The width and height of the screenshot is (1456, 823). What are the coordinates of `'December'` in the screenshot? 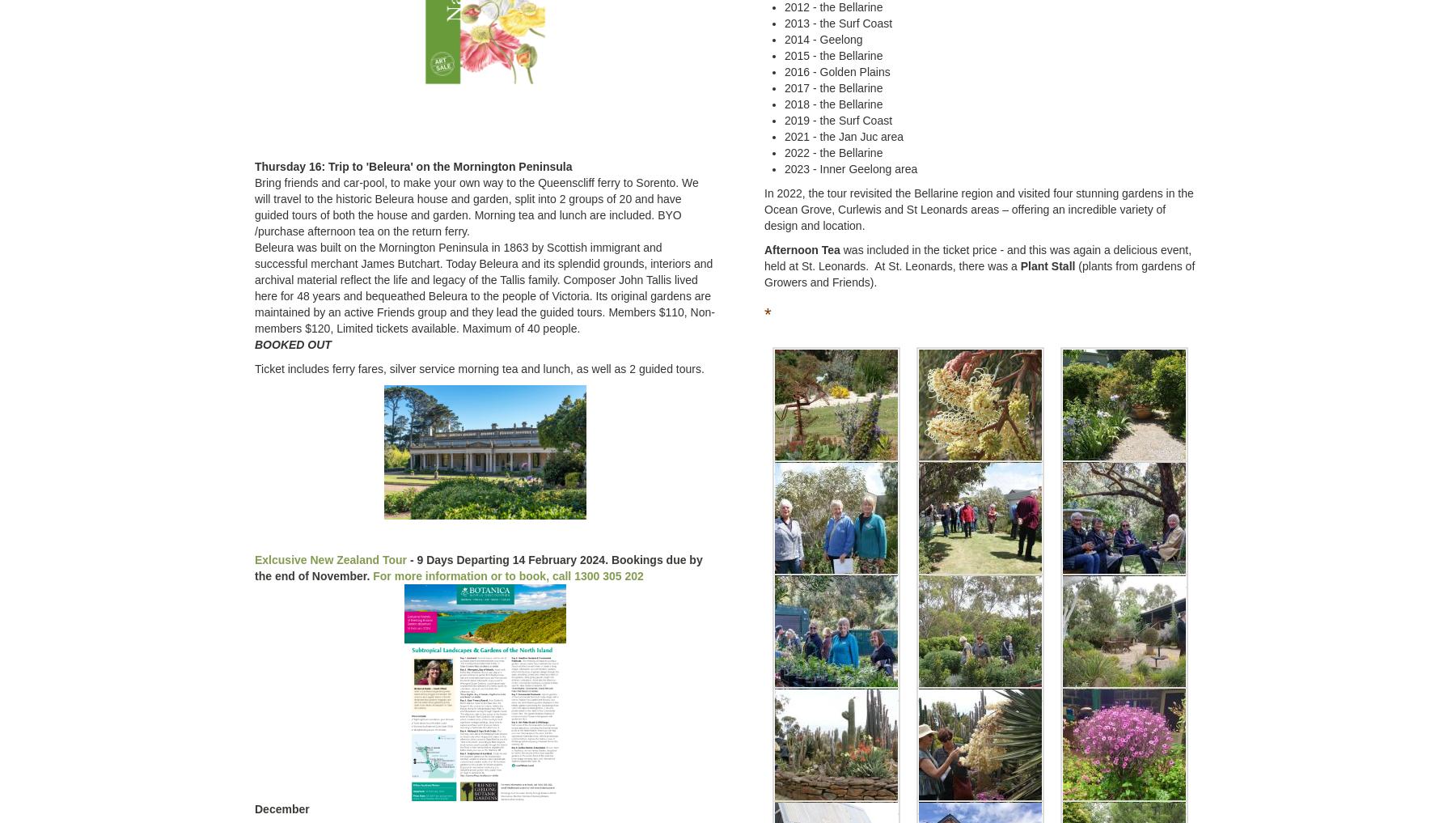 It's located at (281, 808).